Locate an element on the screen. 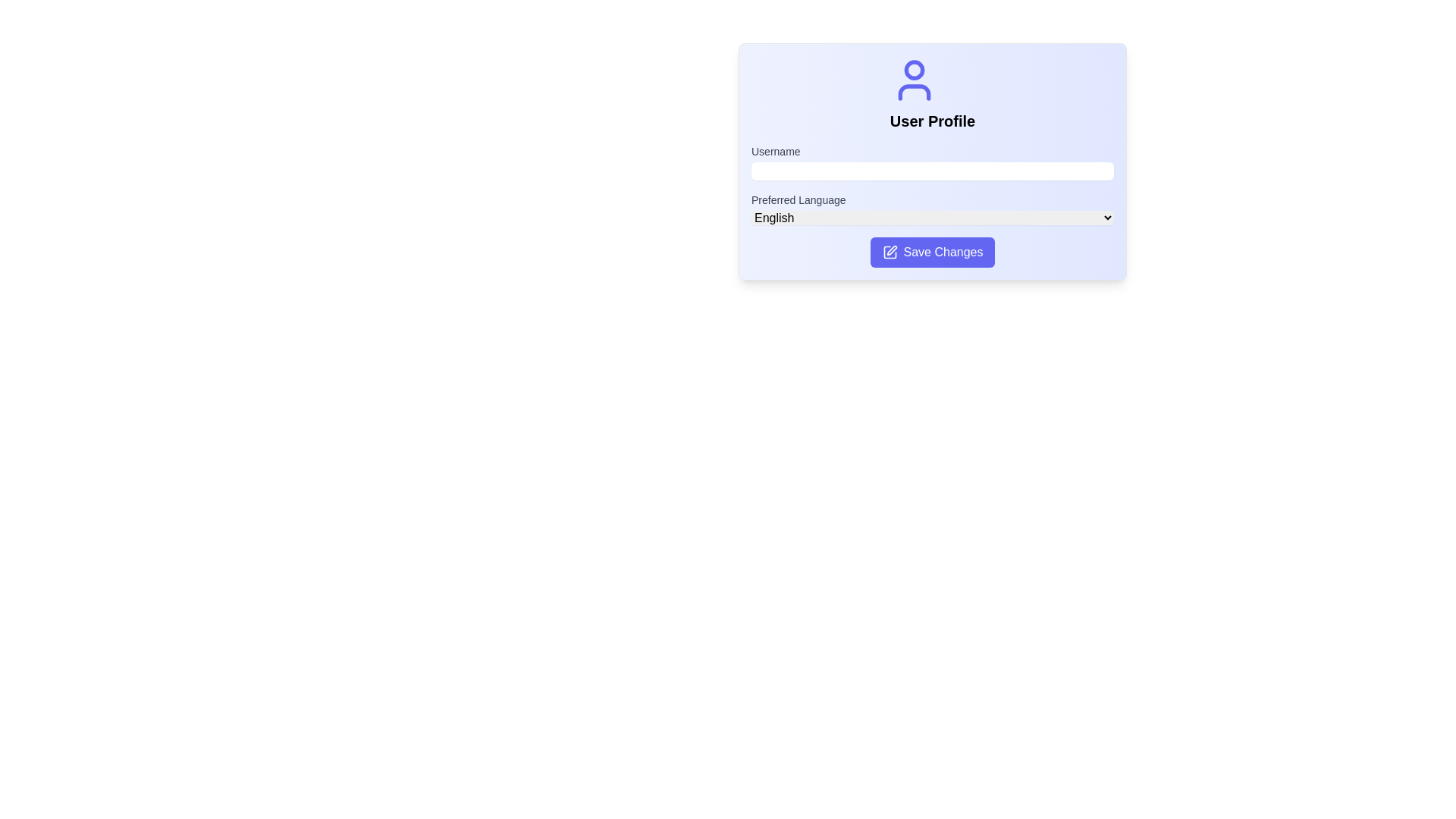 Image resolution: width=1456 pixels, height=819 pixels. the 'Preferred Language' dropdown menu is located at coordinates (931, 209).